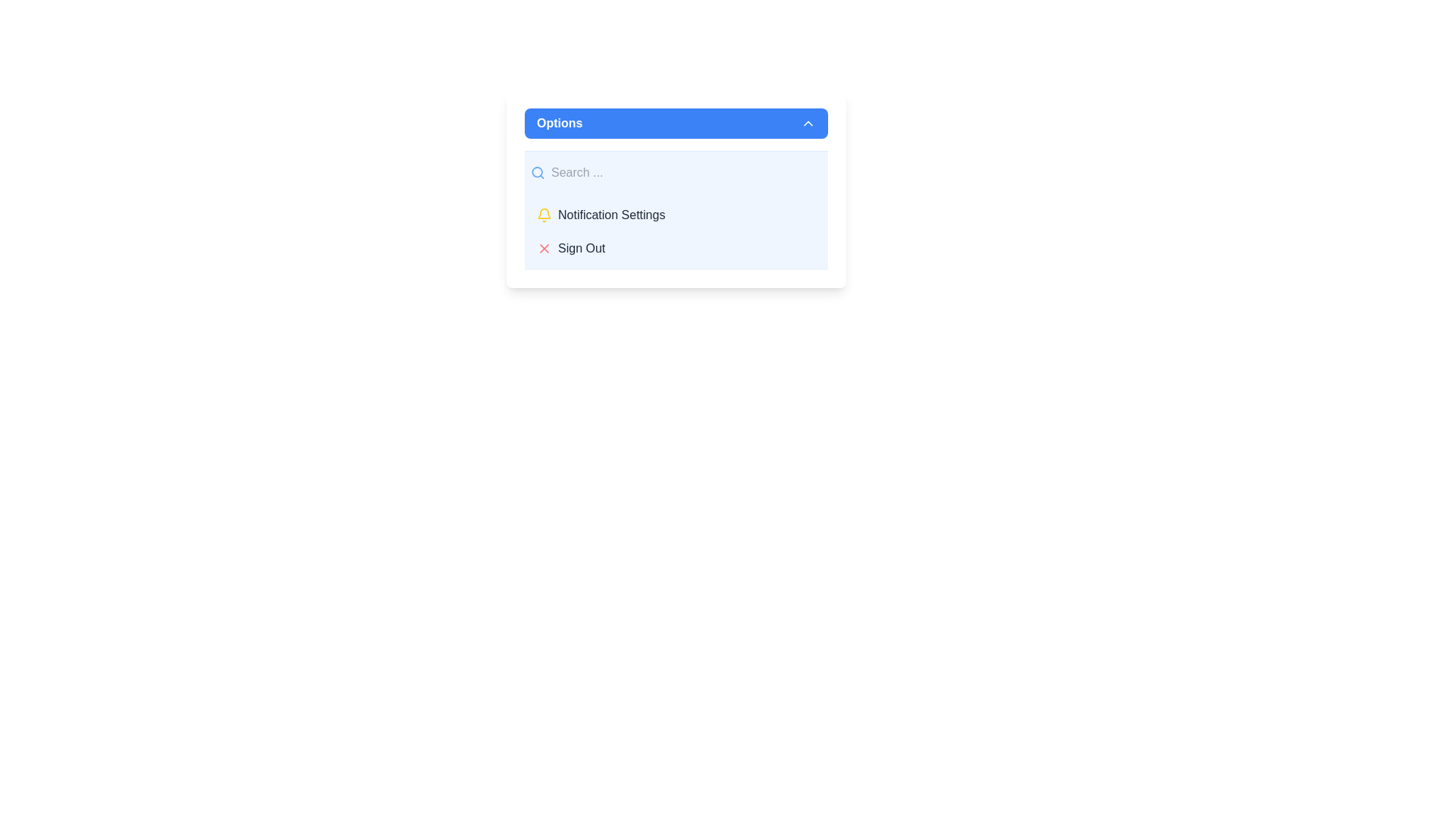  What do you see at coordinates (544, 213) in the screenshot?
I see `the bell icon that visually completes the notification representation, located near the top of the options menu, to the left of 'Notification Settings'` at bounding box center [544, 213].